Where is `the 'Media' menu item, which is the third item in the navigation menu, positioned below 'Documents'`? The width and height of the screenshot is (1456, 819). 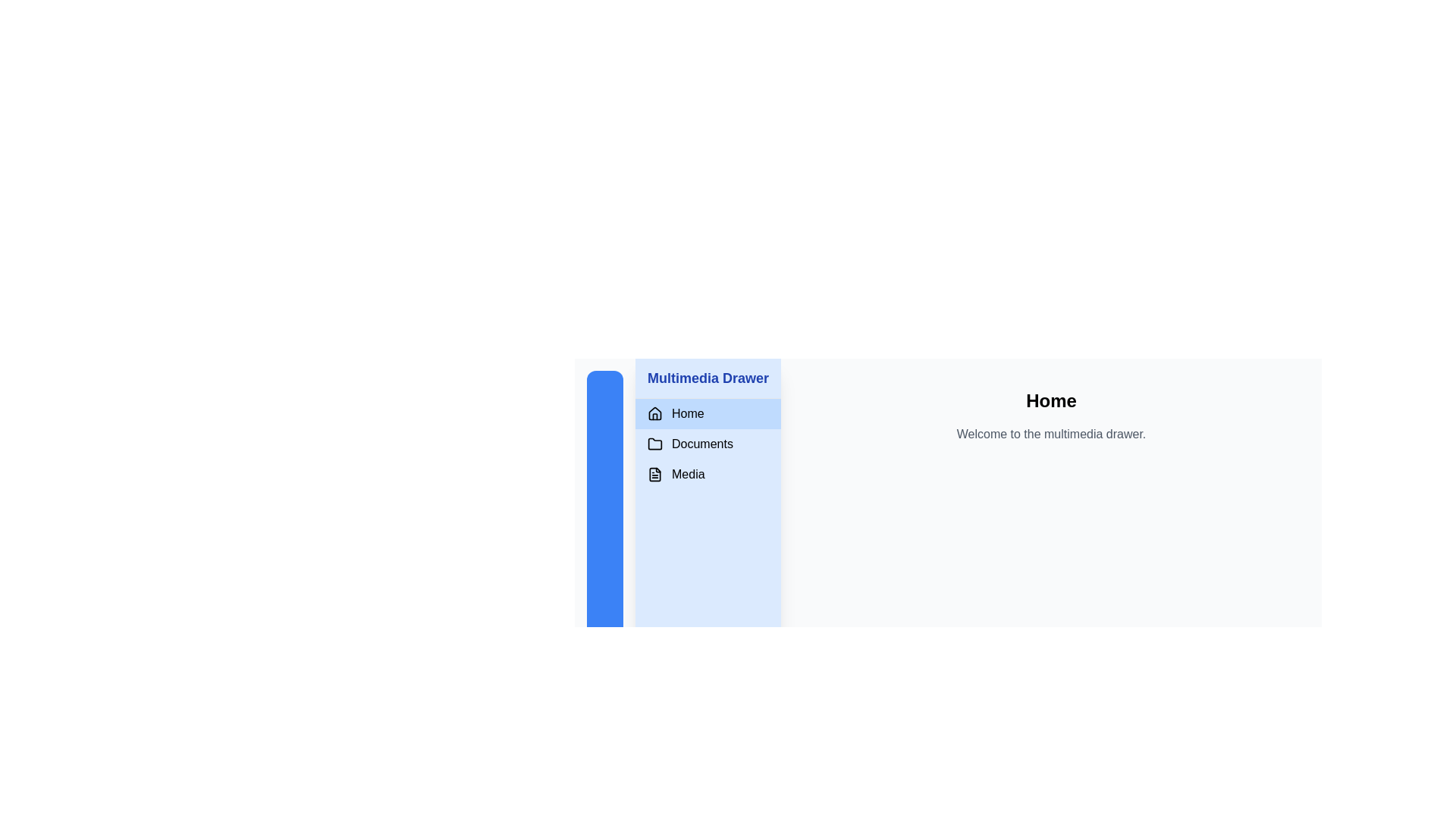 the 'Media' menu item, which is the third item in the navigation menu, positioned below 'Documents' is located at coordinates (687, 473).